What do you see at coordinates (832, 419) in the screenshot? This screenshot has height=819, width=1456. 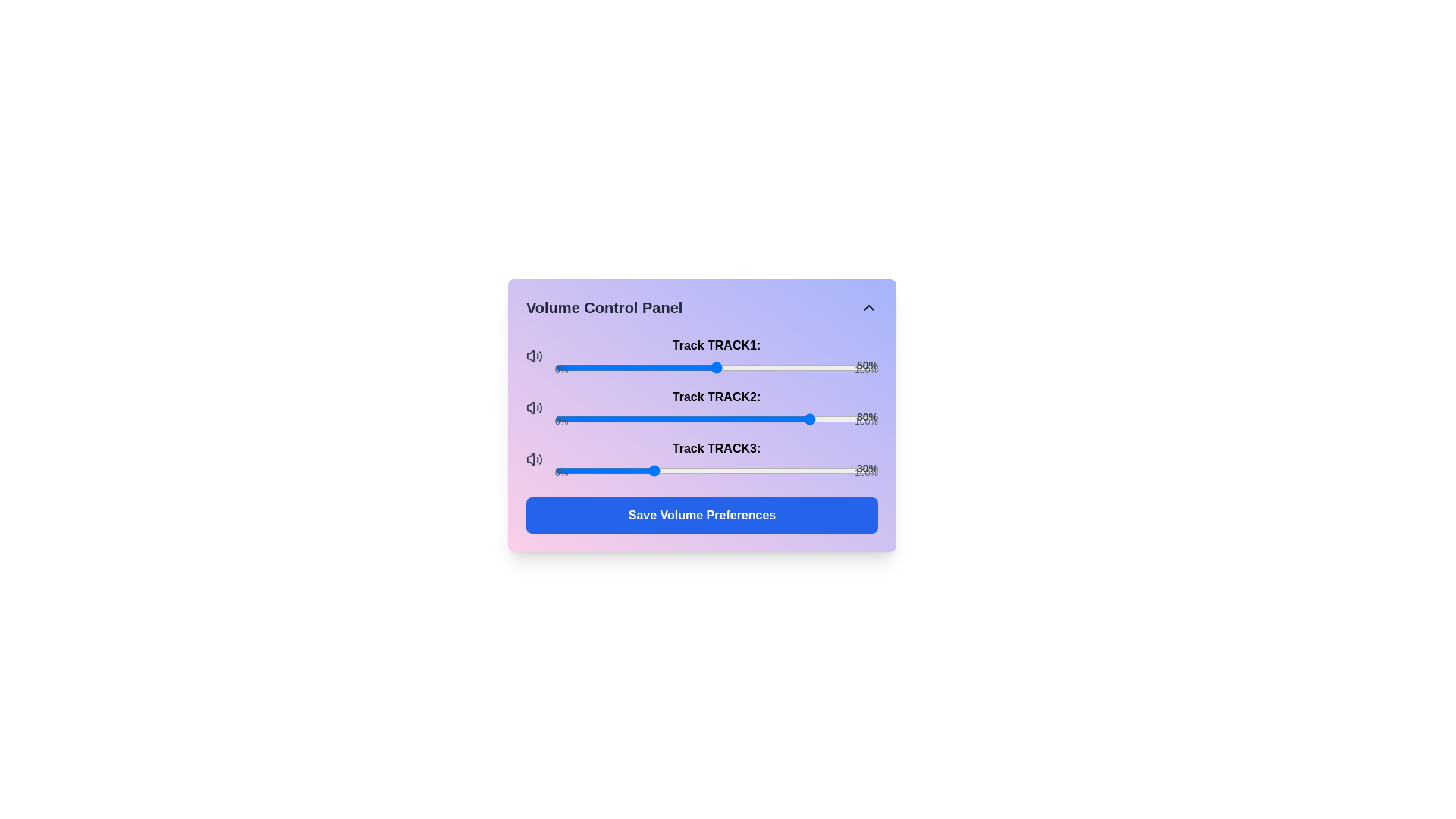 I see `the volume for Track TRACK2` at bounding box center [832, 419].